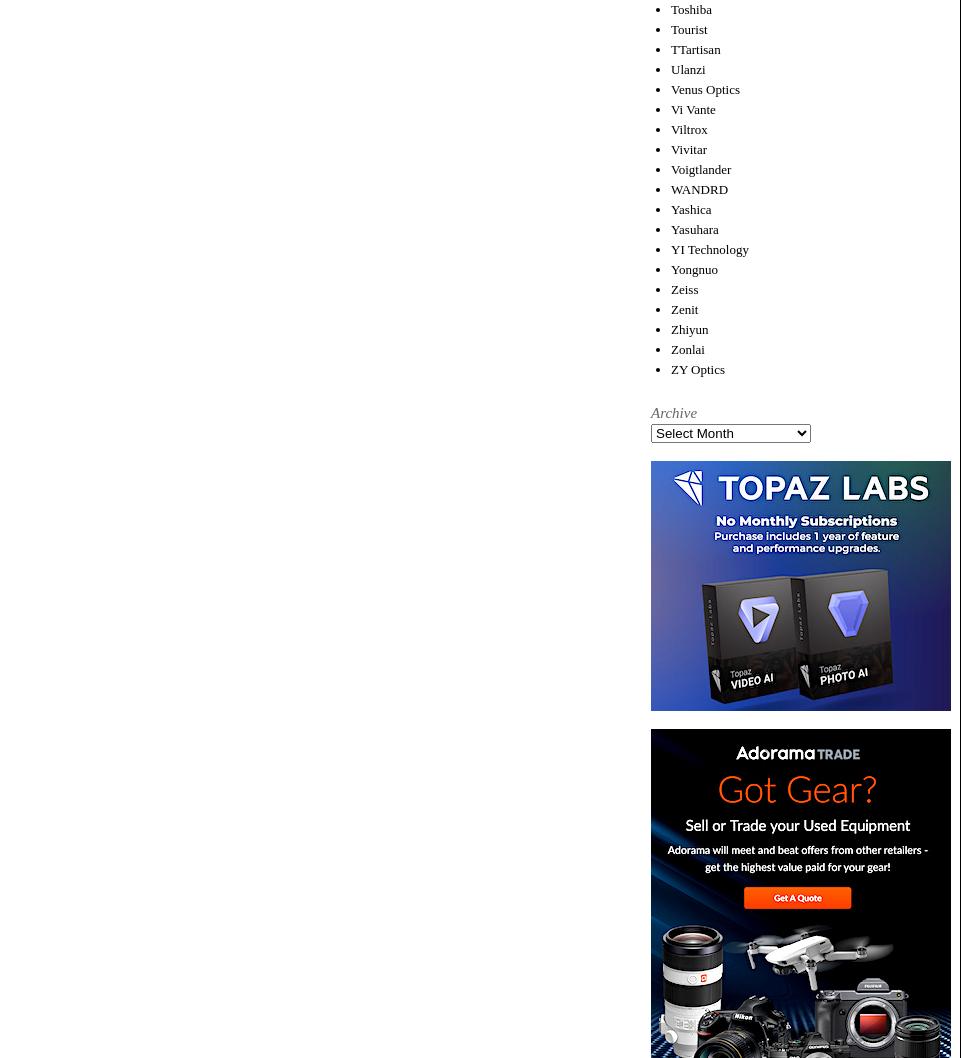  What do you see at coordinates (697, 368) in the screenshot?
I see `'ZY Optics'` at bounding box center [697, 368].